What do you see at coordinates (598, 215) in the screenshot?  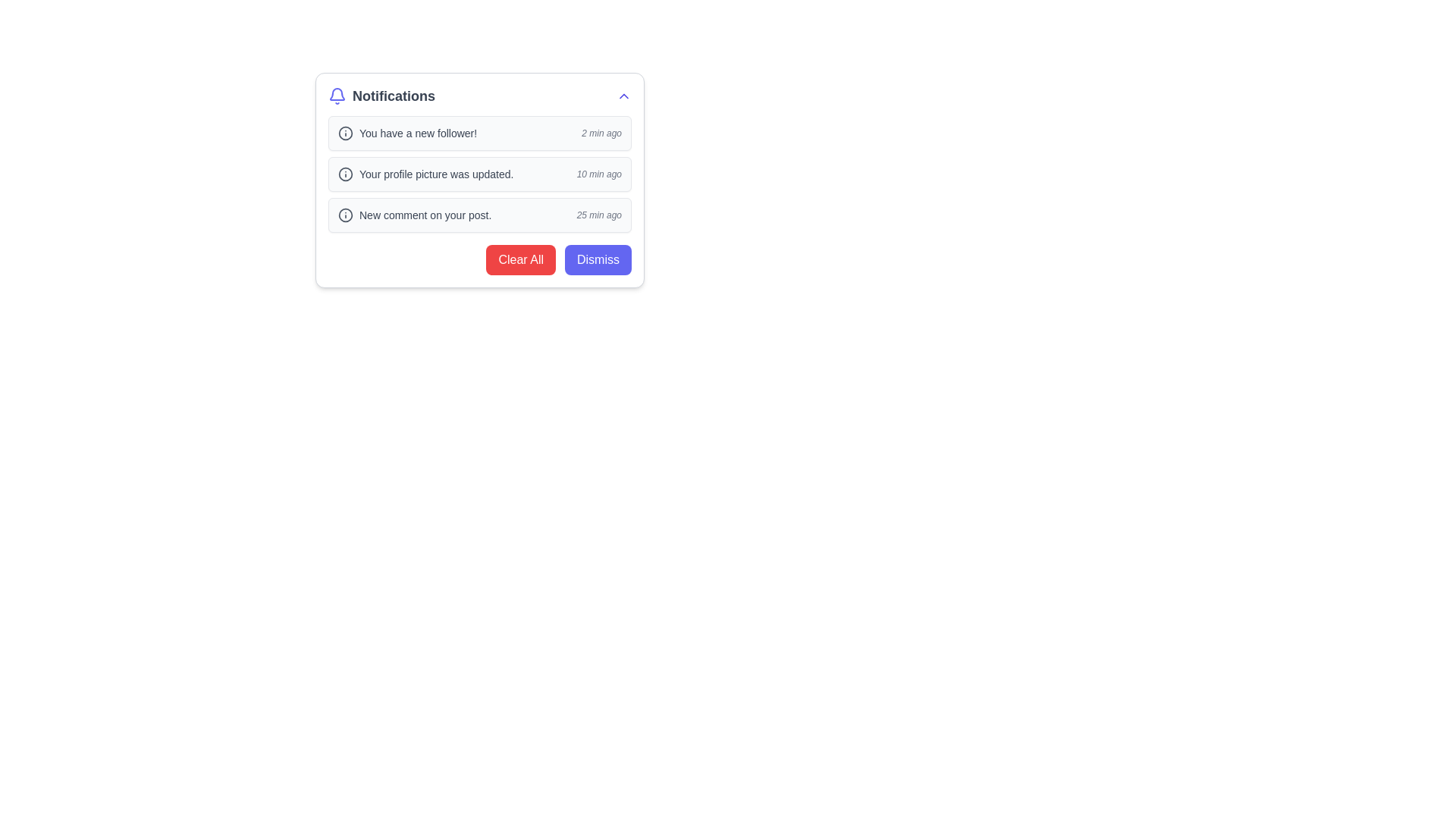 I see `the small italicized text label displaying '25 min ago' located at the bottom-right corner of the third notification card, next to 'New comment on your post.'` at bounding box center [598, 215].